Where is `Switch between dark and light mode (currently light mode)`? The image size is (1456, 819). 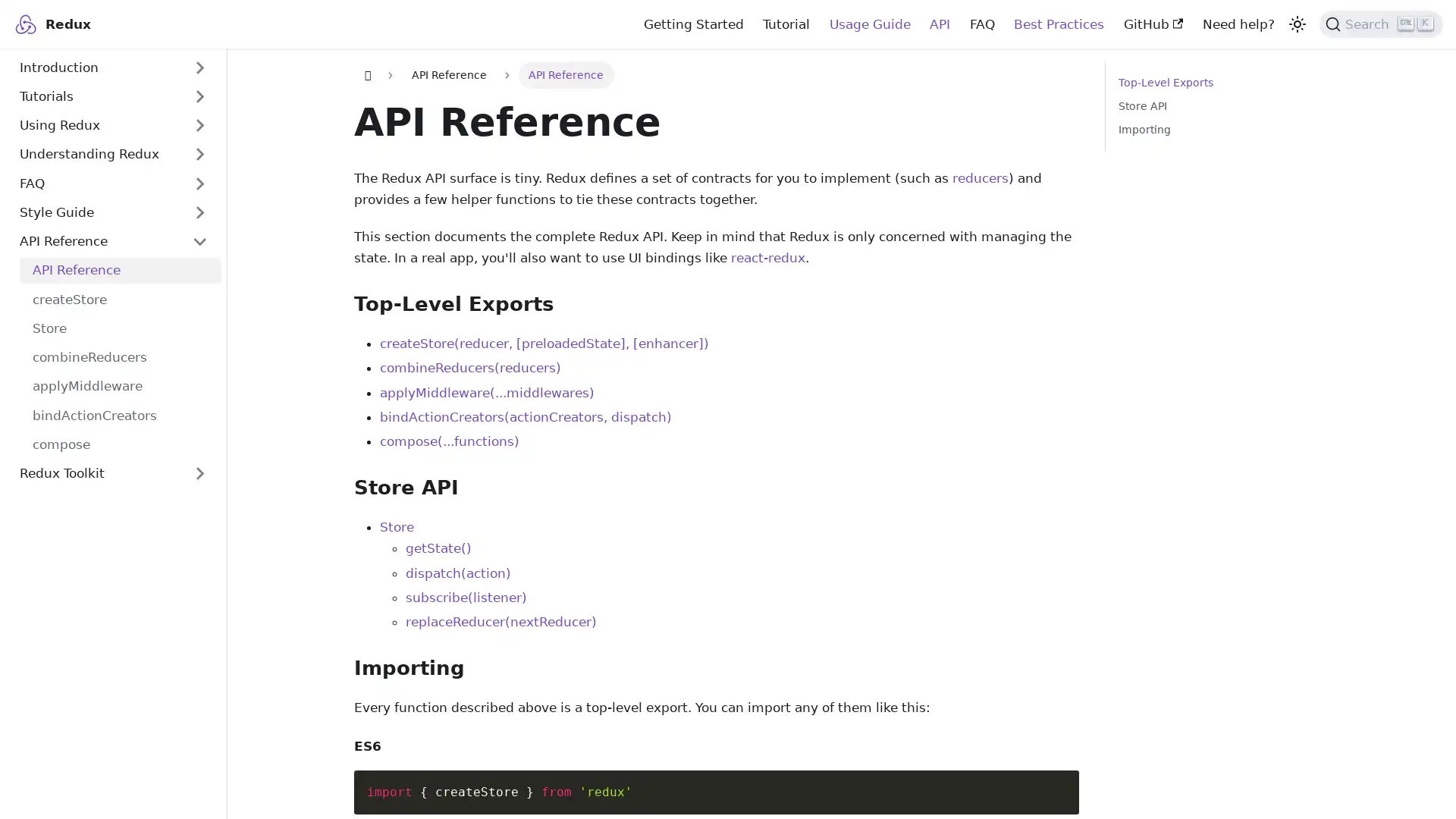
Switch between dark and light mode (currently light mode) is located at coordinates (1295, 23).